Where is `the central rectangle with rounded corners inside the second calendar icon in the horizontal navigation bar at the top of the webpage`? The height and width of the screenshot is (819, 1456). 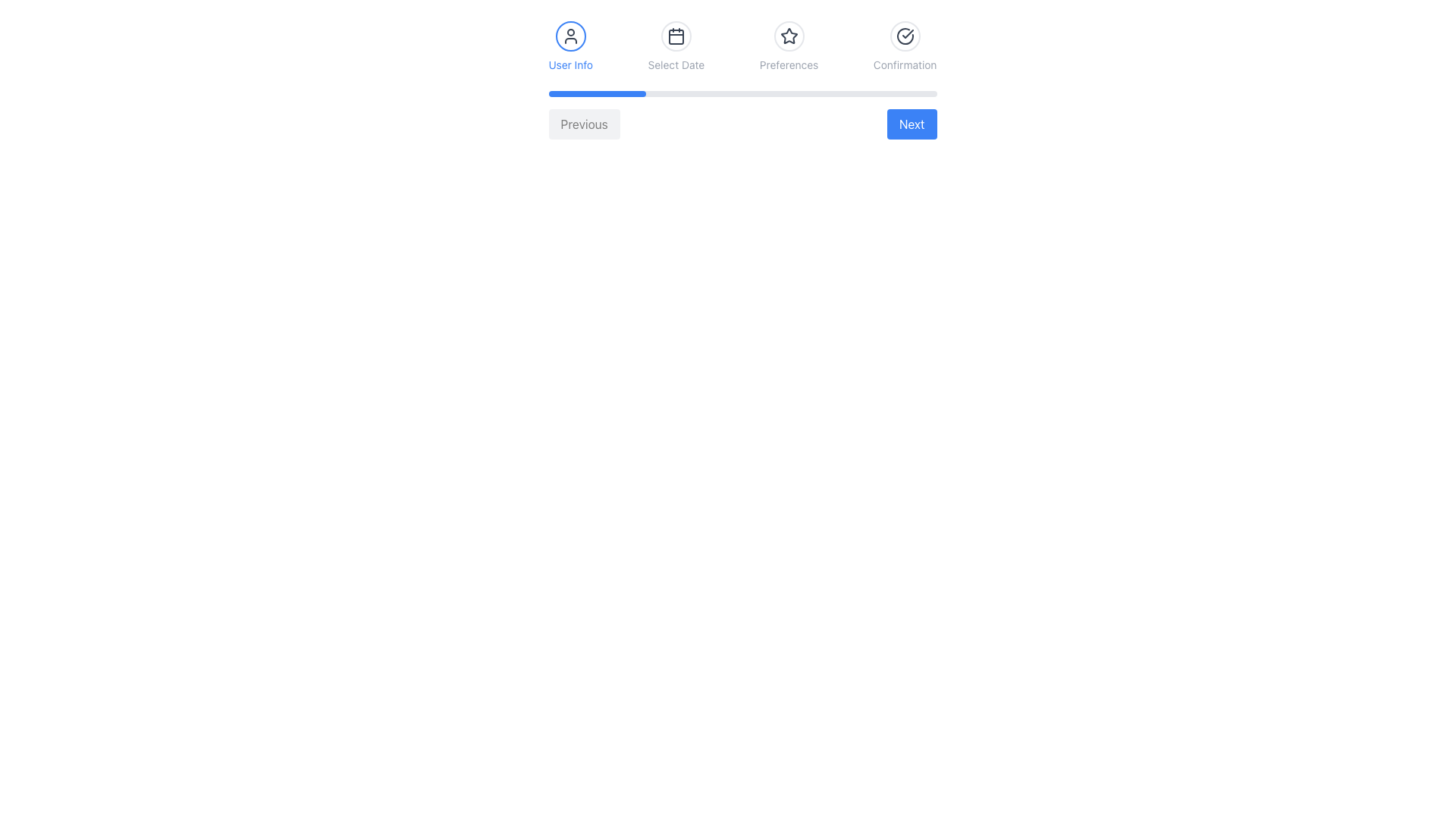 the central rectangle with rounded corners inside the second calendar icon in the horizontal navigation bar at the top of the webpage is located at coordinates (675, 36).